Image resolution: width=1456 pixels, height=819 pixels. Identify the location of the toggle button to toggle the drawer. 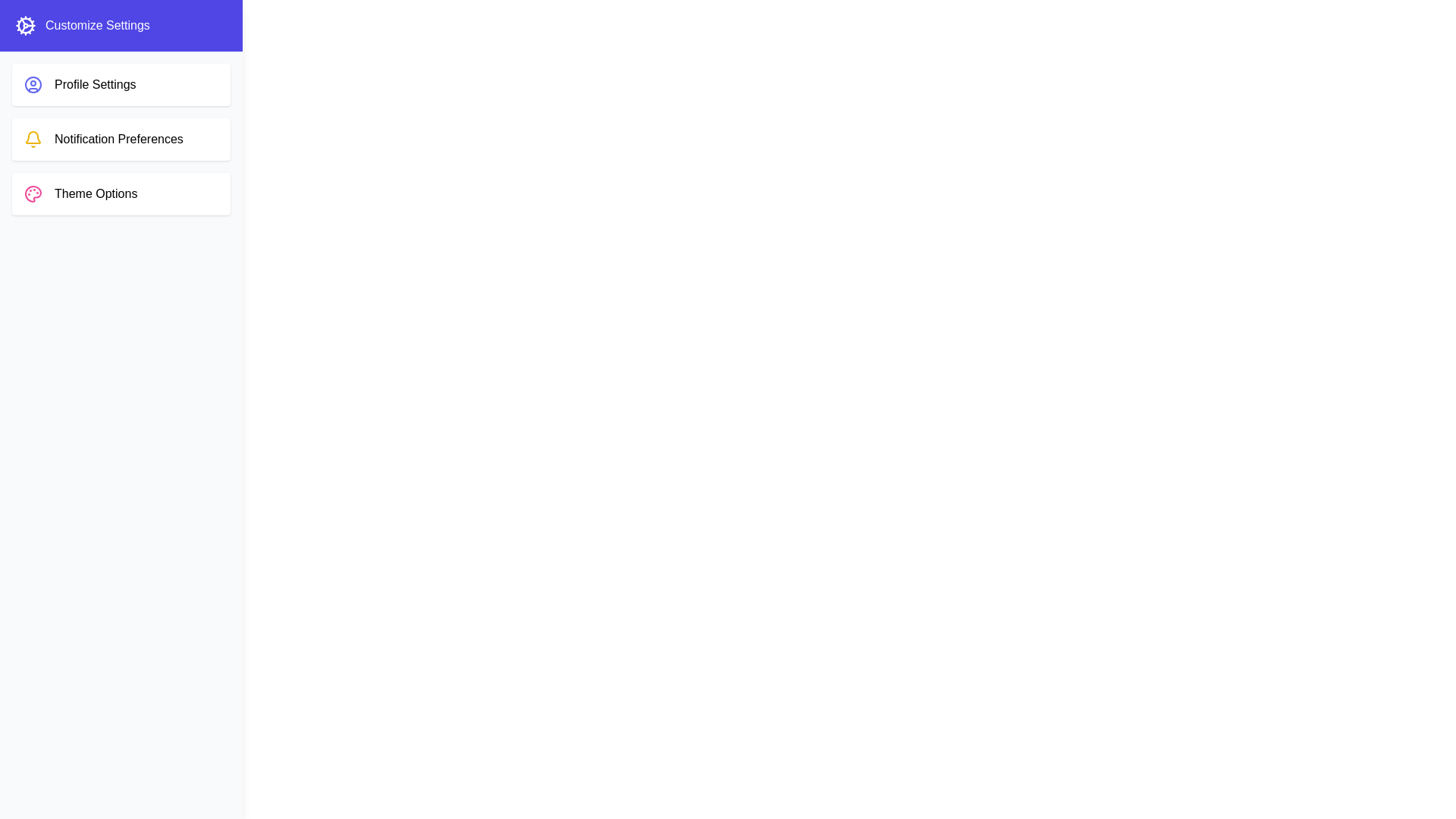
(45, 40).